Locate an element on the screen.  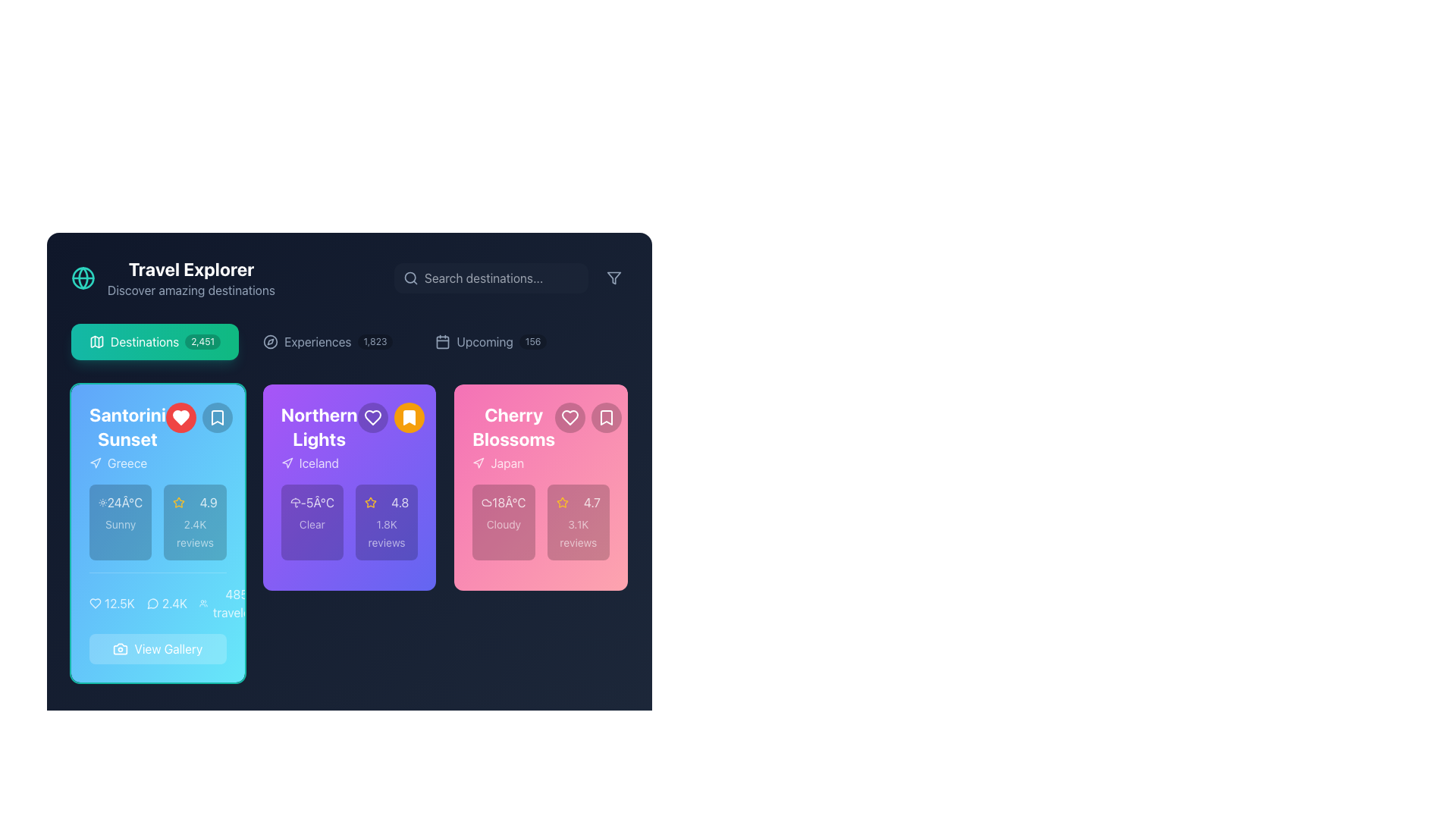
the navigation arrow icon located in the top-right portion of the 'Santorini Sunset' blue card is located at coordinates (95, 462).